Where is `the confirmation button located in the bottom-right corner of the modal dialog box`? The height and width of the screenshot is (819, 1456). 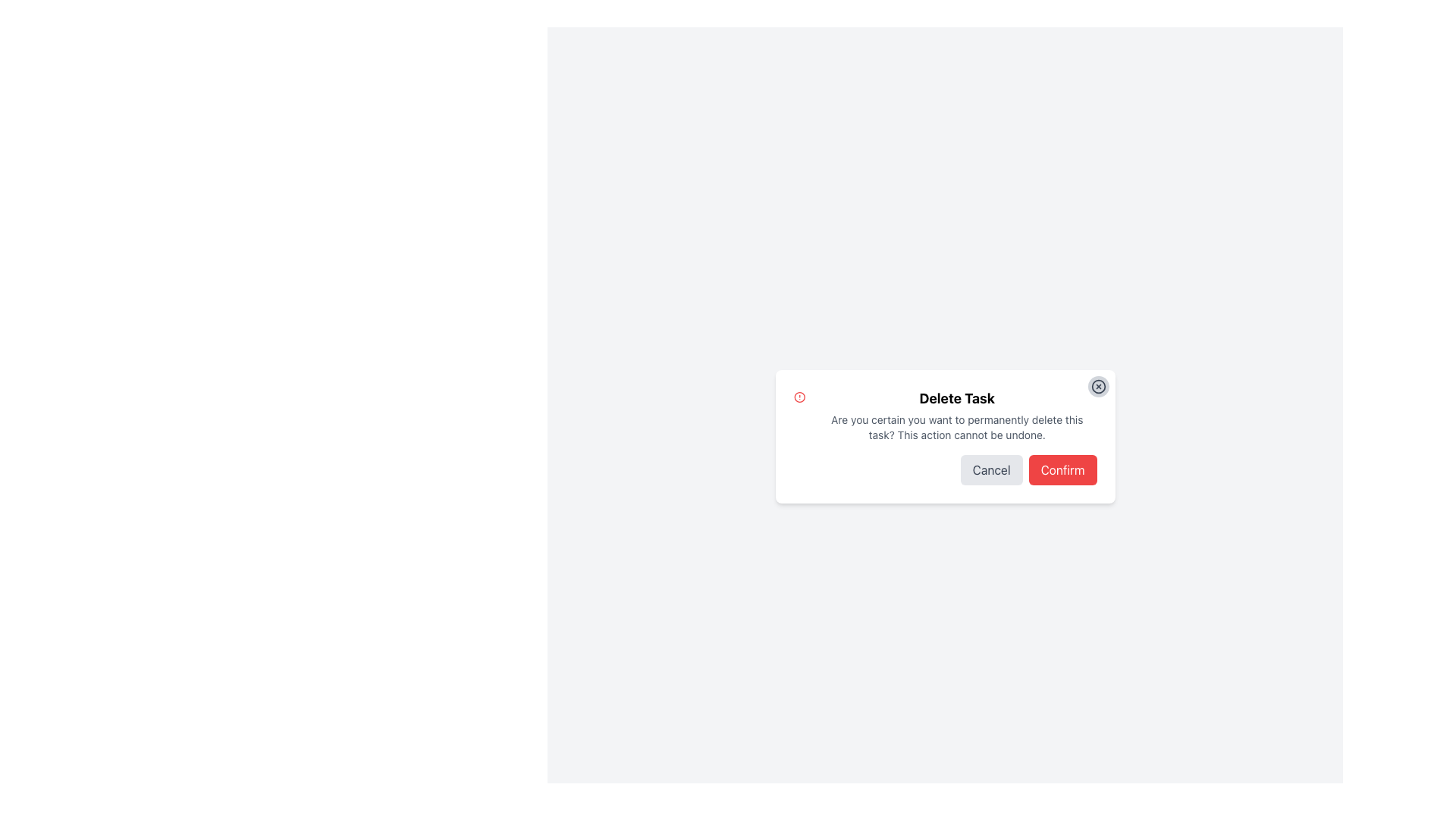 the confirmation button located in the bottom-right corner of the modal dialog box is located at coordinates (1062, 469).